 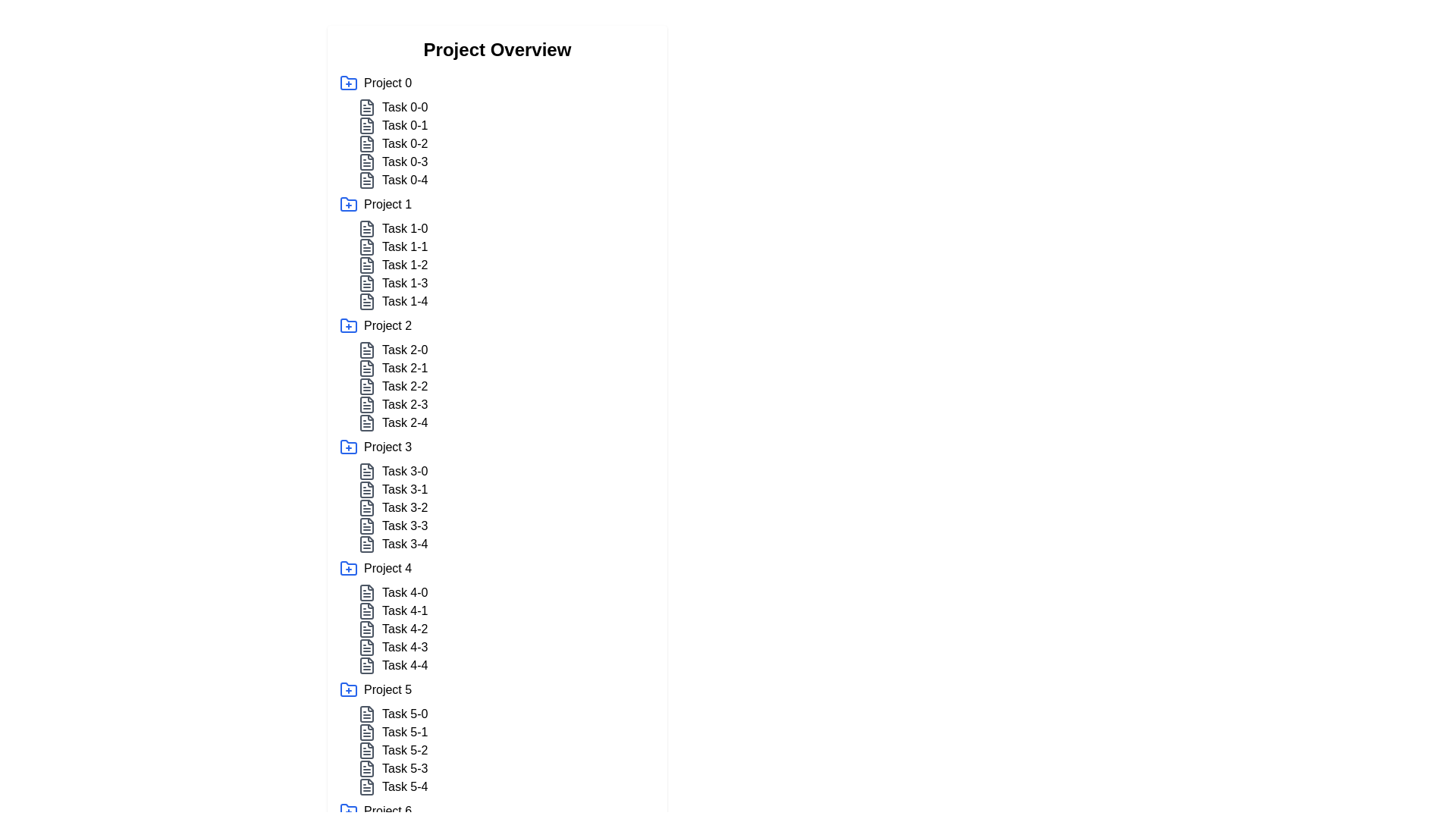 What do you see at coordinates (367, 543) in the screenshot?
I see `the document icon located to the left of the text label 'Task 3-4' in the 'Project 3' section to interact with it` at bounding box center [367, 543].